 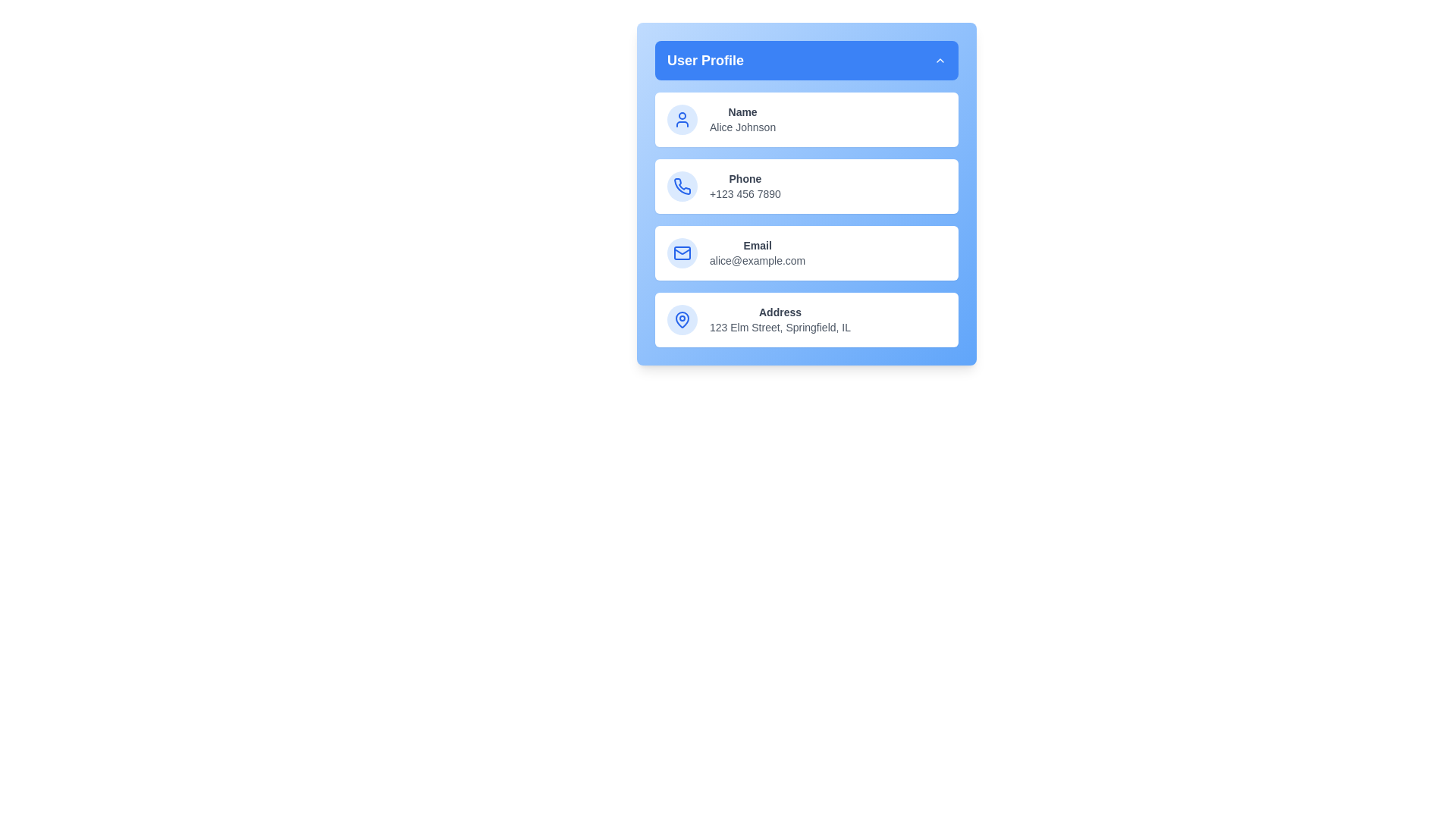 I want to click on the blue circular icon with a white location pin inside, located in the left section of the 'Address' row on the profile card layout, so click(x=682, y=318).